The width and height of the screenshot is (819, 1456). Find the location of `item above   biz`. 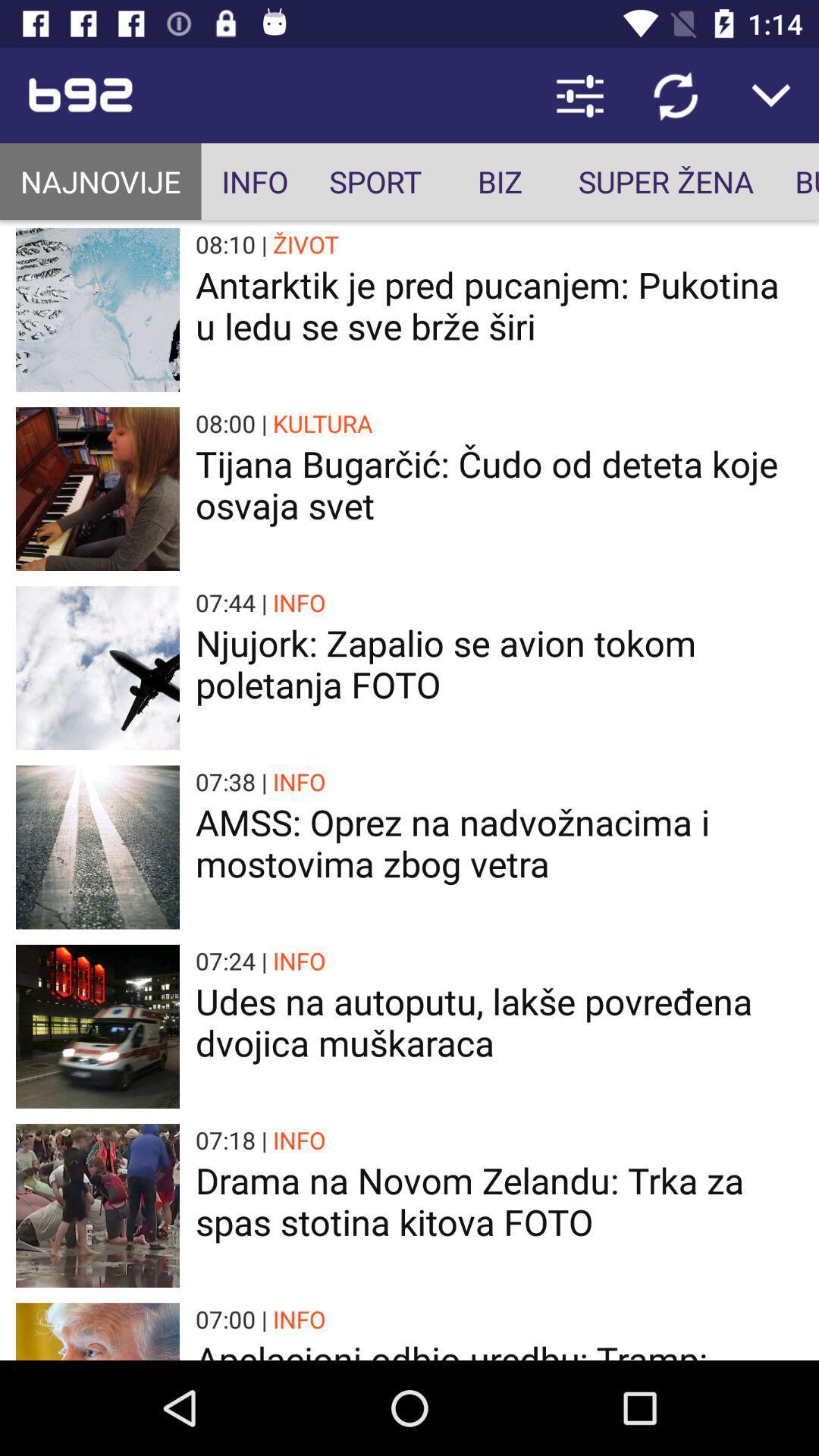

item above   biz is located at coordinates (579, 94).